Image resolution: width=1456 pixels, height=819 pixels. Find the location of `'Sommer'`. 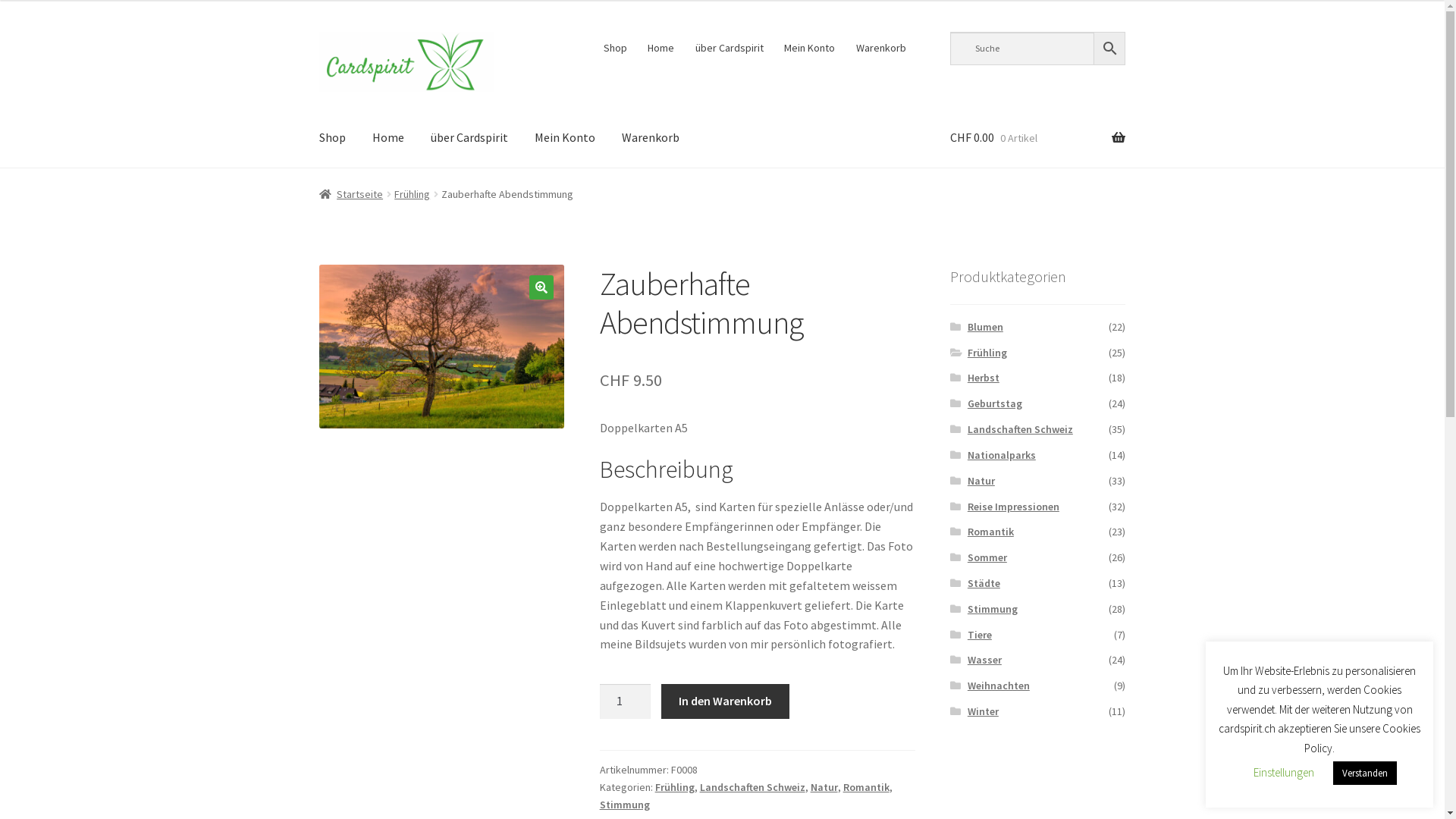

'Sommer' is located at coordinates (967, 557).